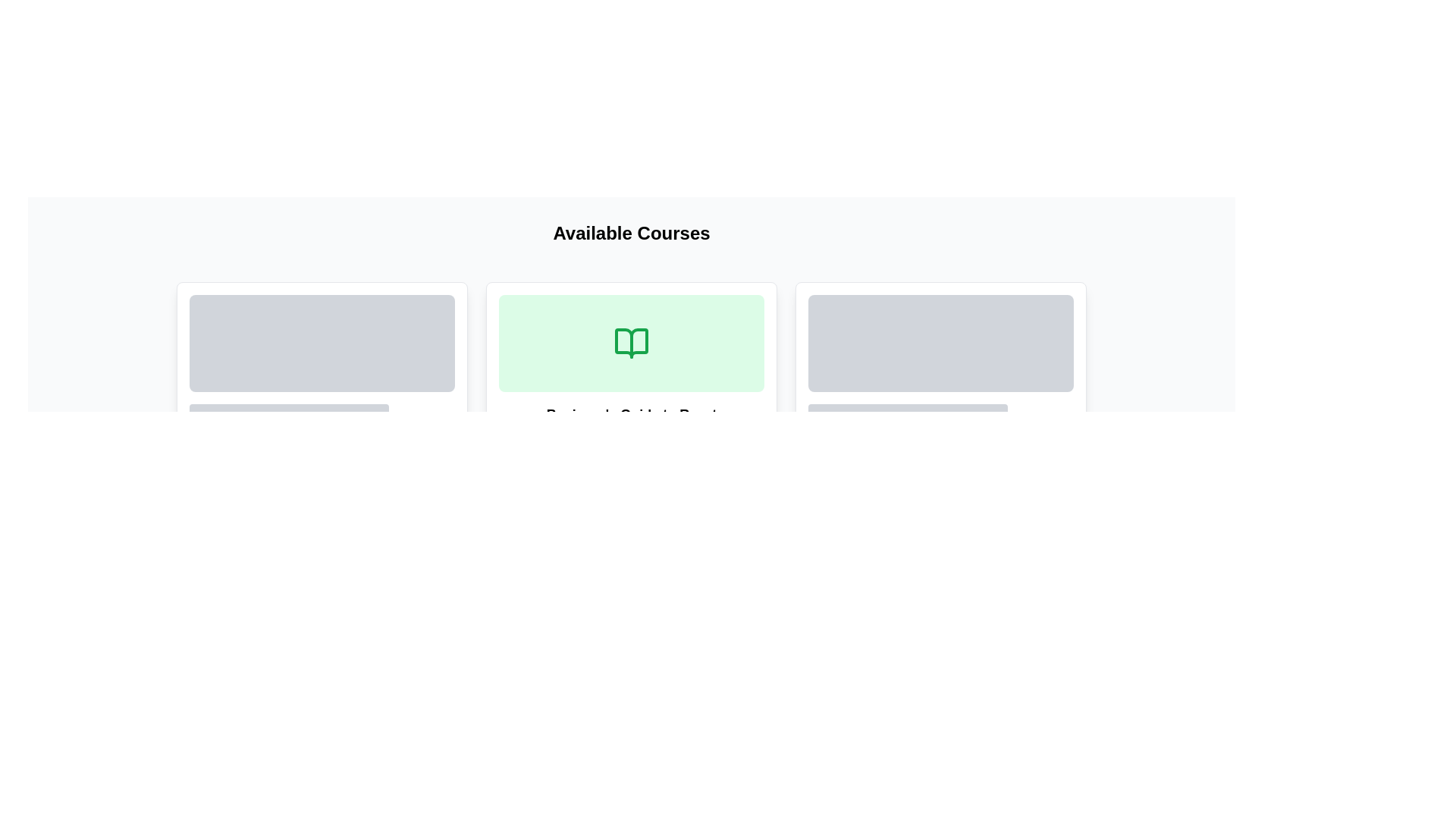 The image size is (1456, 819). I want to click on the light gray Visual Placeholder or Separator bar located beneath the larger medium-gray block, positioned towards the center-bottom area of the content section, so click(256, 431).